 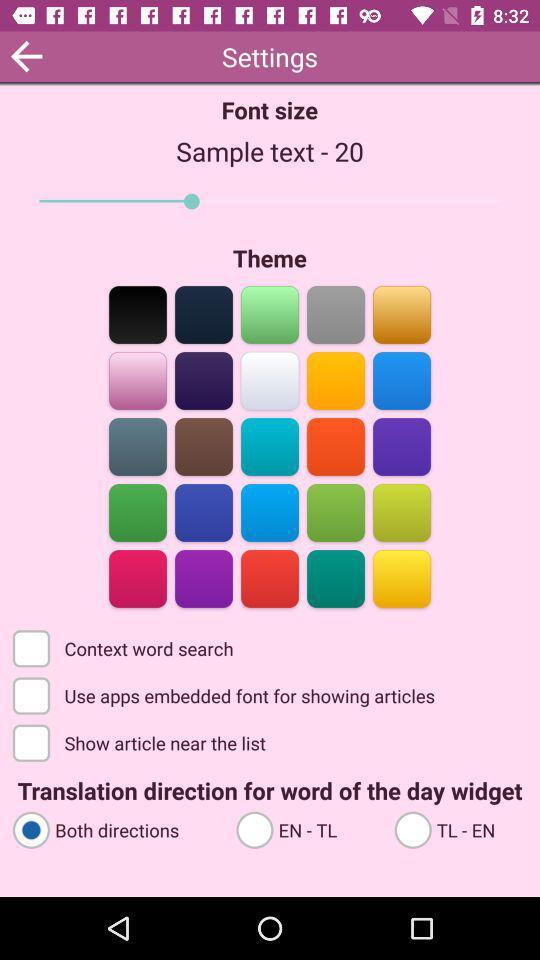 What do you see at coordinates (137, 510) in the screenshot?
I see `theme option` at bounding box center [137, 510].